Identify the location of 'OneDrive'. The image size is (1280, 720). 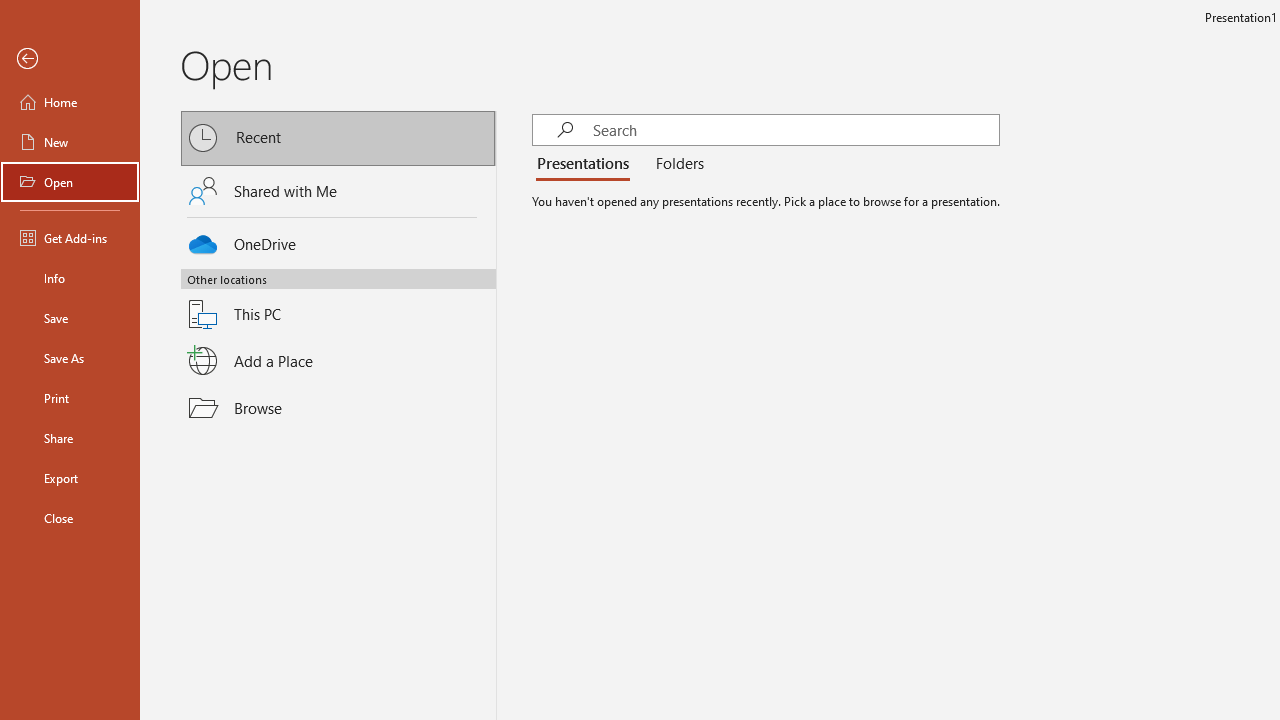
(338, 239).